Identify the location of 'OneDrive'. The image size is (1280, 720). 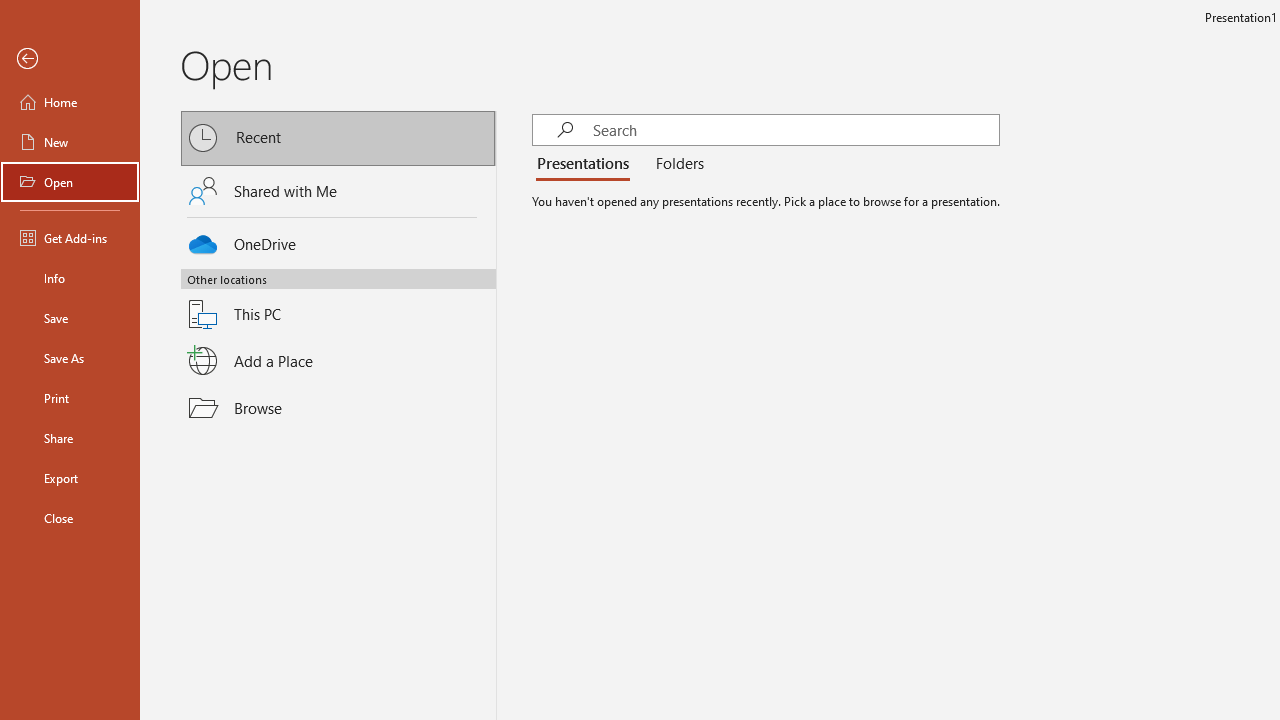
(338, 239).